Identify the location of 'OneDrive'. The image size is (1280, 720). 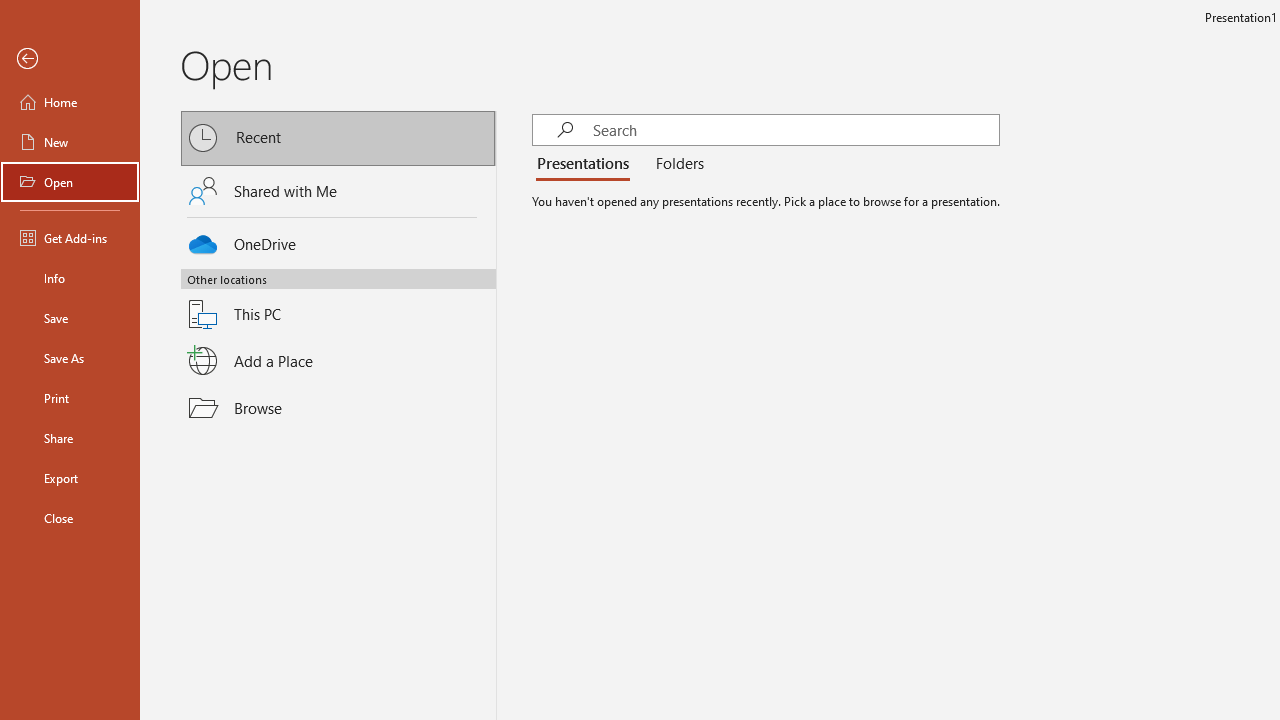
(338, 239).